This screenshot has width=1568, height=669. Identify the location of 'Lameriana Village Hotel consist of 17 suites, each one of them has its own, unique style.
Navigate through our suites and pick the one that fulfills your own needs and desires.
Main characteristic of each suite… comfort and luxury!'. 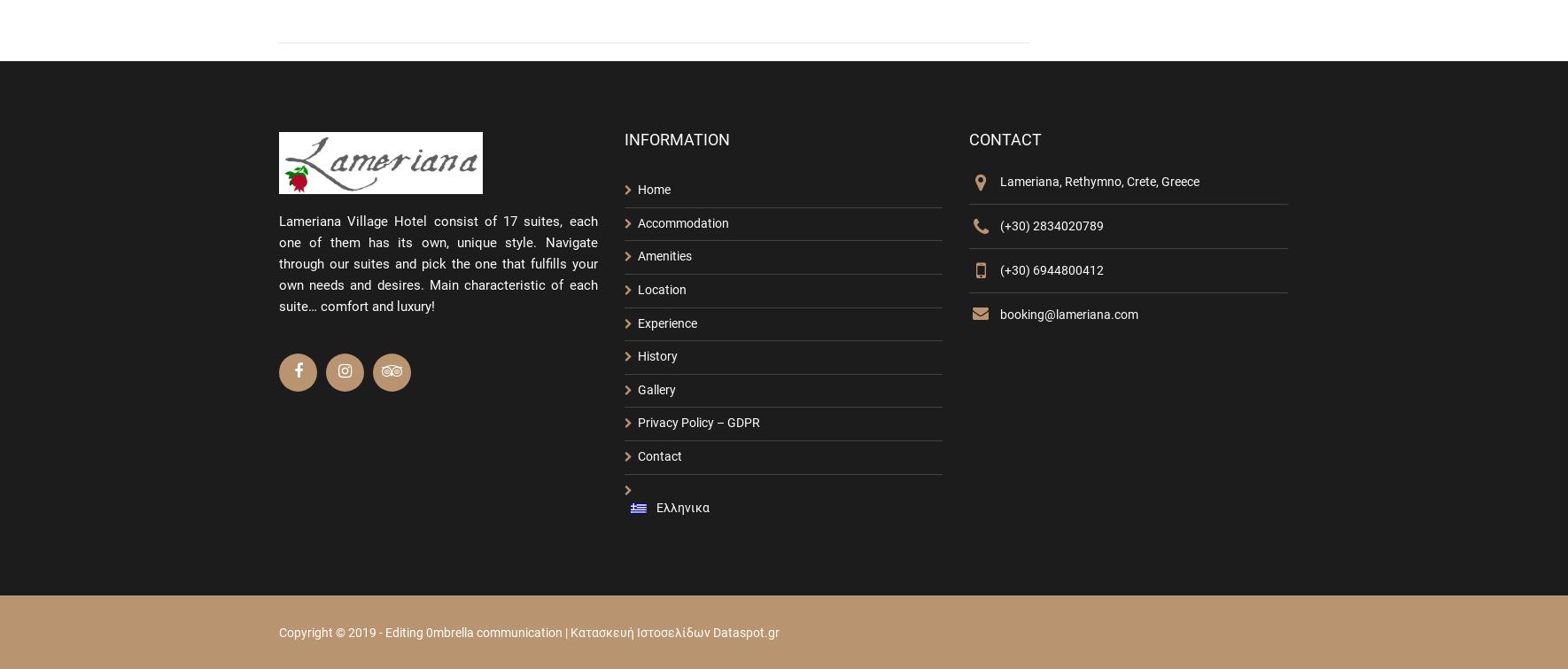
(438, 263).